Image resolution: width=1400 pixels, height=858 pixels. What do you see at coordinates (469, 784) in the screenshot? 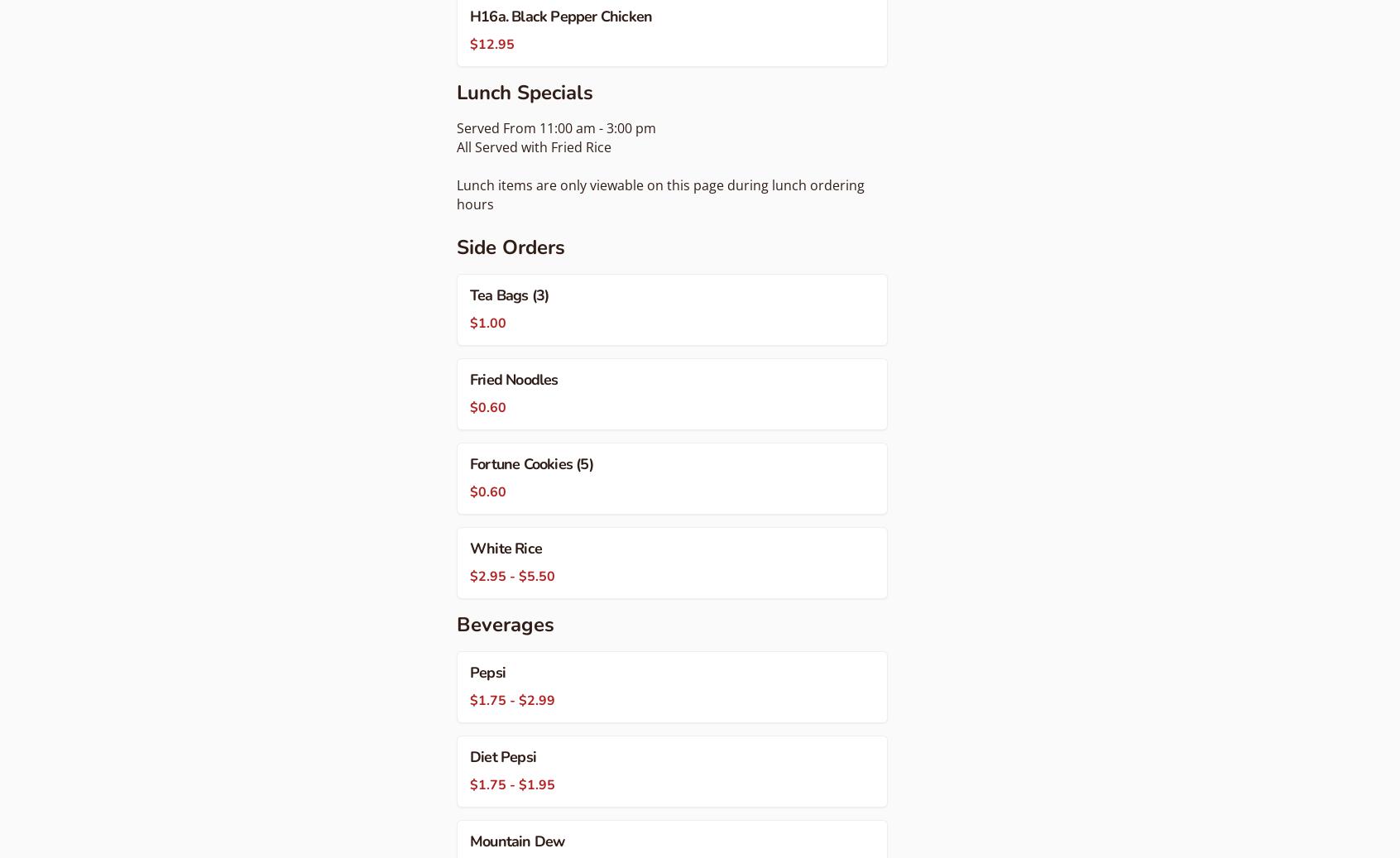
I see `'$1.75 - $1.95'` at bounding box center [469, 784].